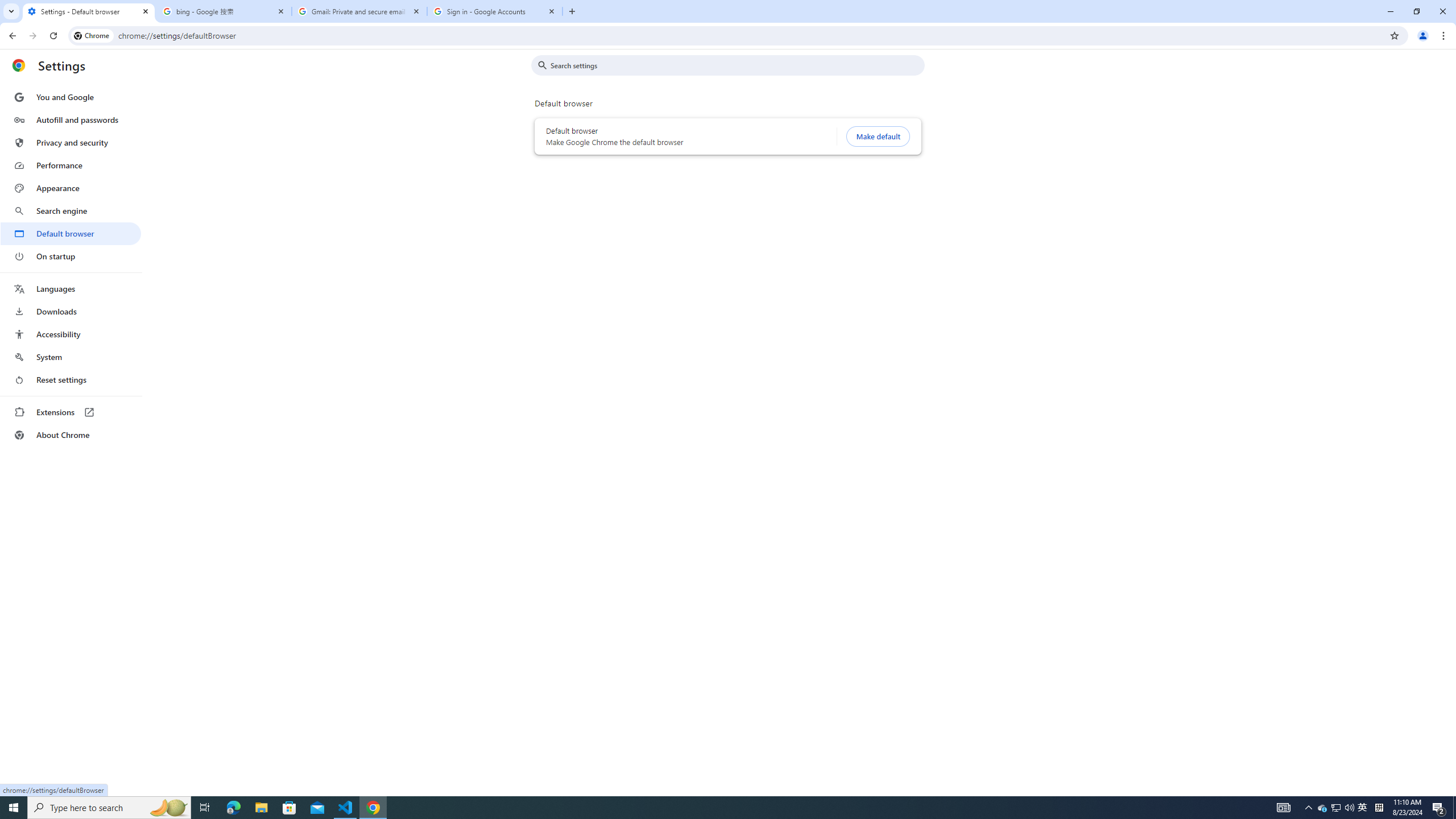 Image resolution: width=1456 pixels, height=819 pixels. What do you see at coordinates (70, 412) in the screenshot?
I see `'Extensions'` at bounding box center [70, 412].